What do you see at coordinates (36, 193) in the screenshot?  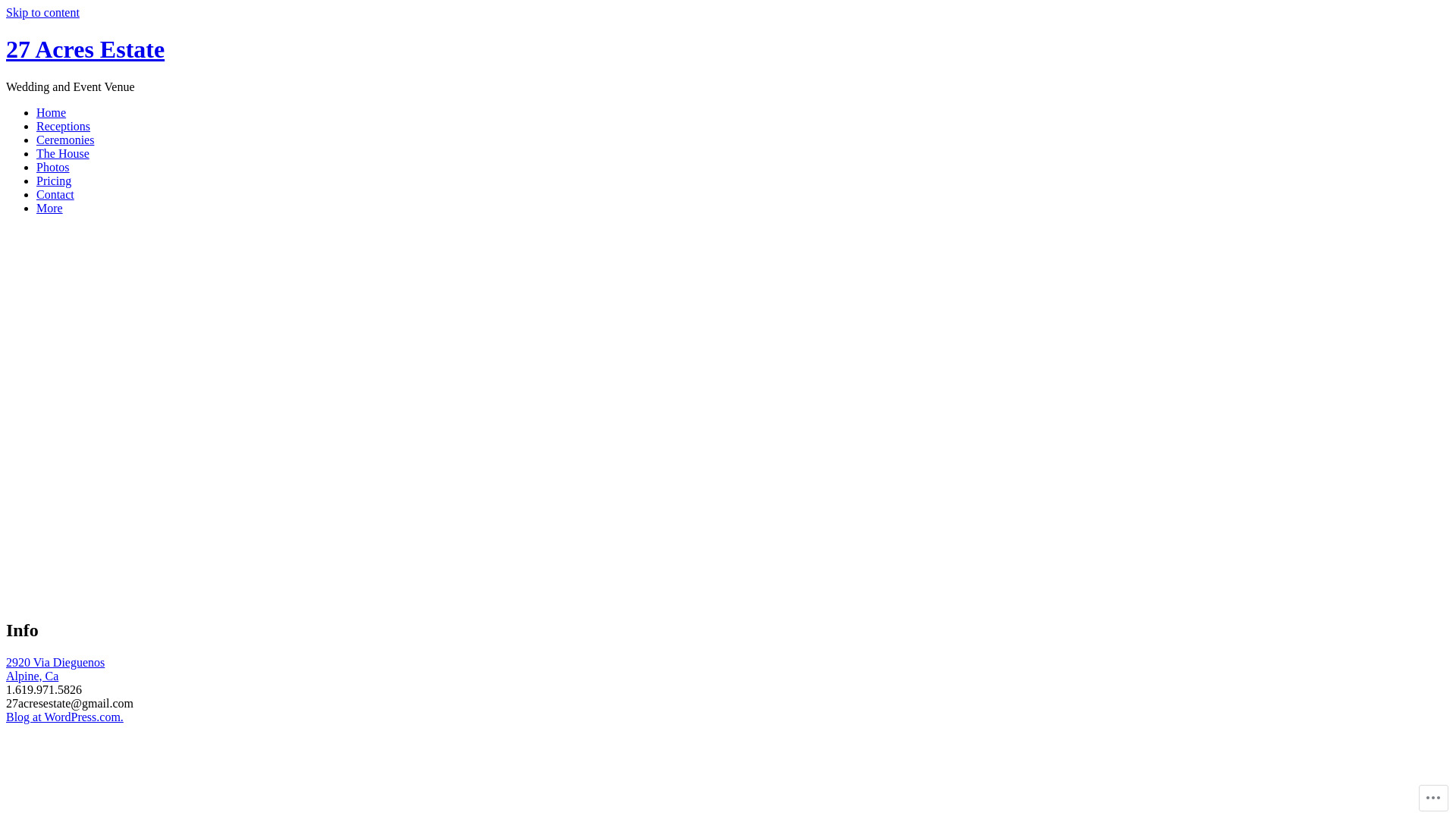 I see `'Contact'` at bounding box center [36, 193].